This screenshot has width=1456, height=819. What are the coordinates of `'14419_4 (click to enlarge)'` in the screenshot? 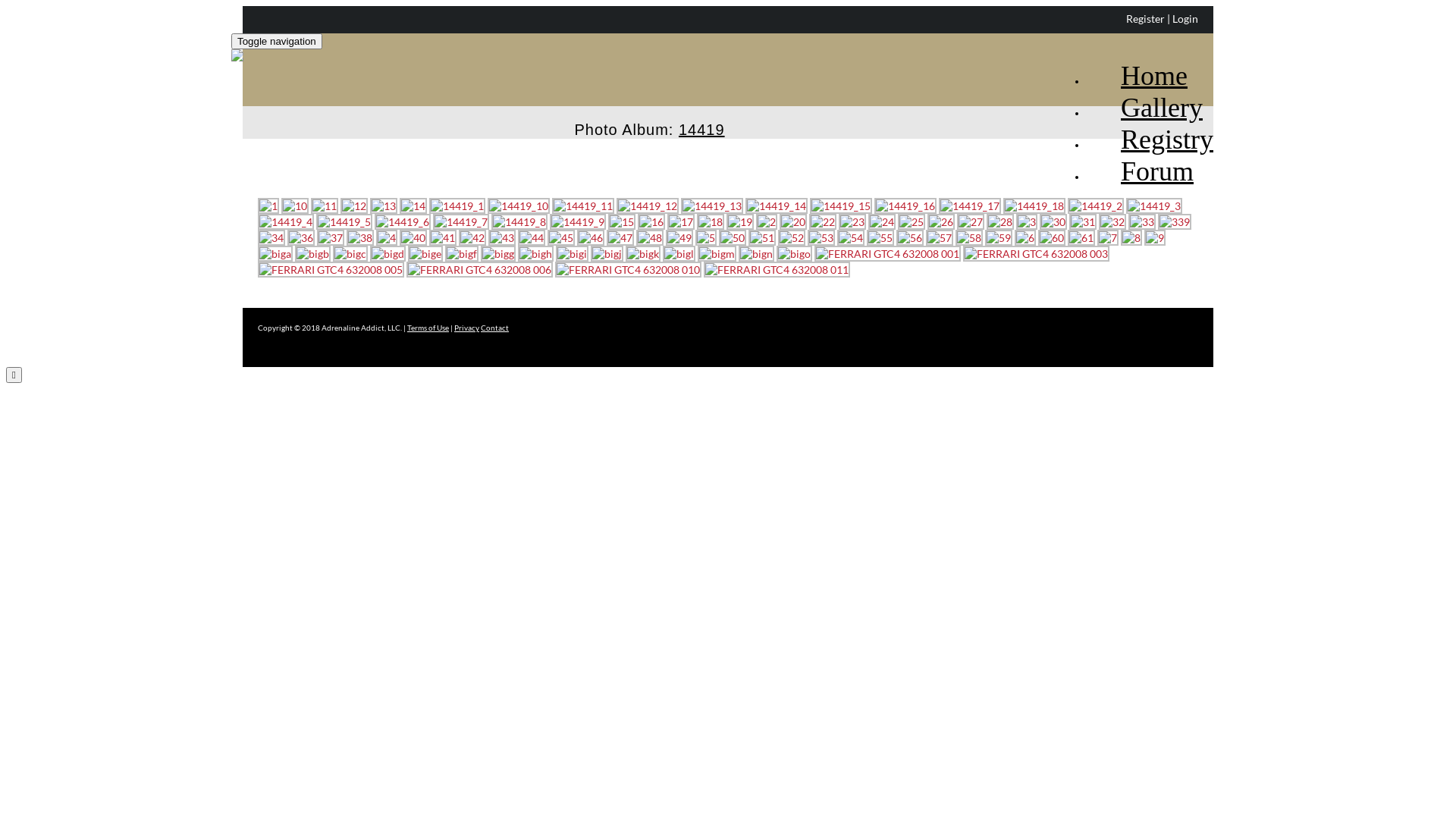 It's located at (286, 221).